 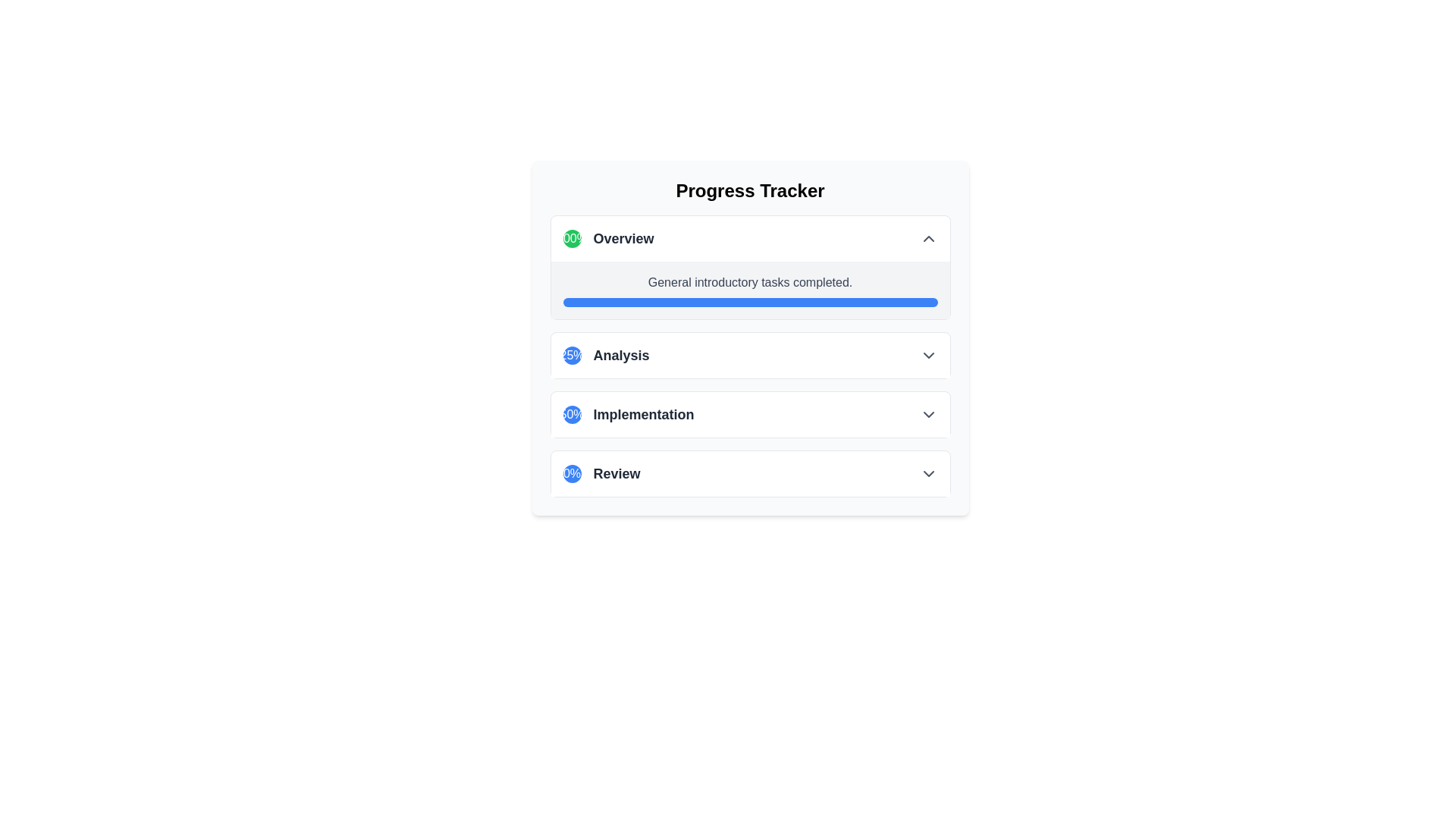 What do you see at coordinates (927, 239) in the screenshot?
I see `the upward chevron icon in the header of the 'Overview' section for keyboard navigation` at bounding box center [927, 239].